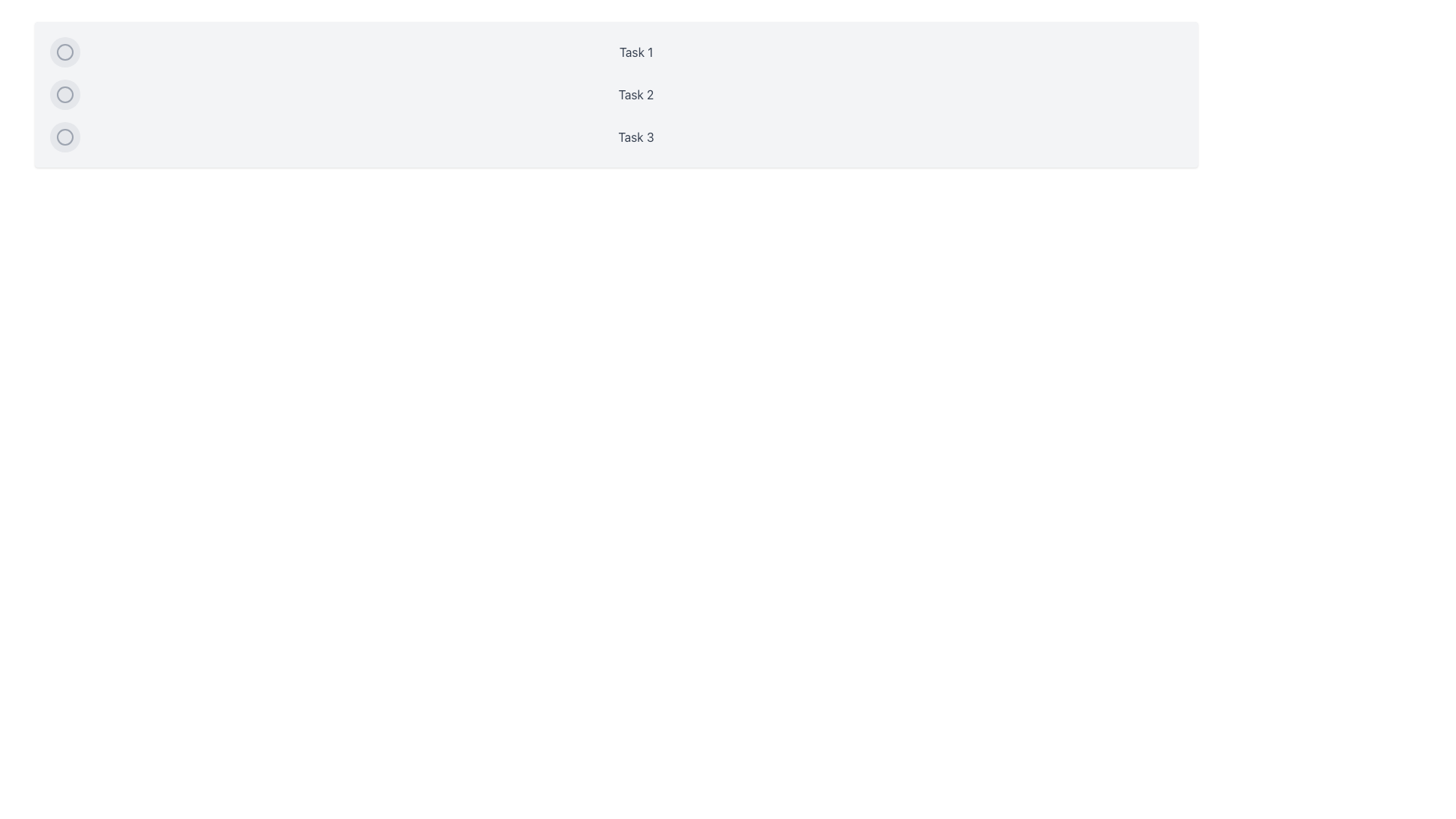 The image size is (1456, 819). What do you see at coordinates (64, 94) in the screenshot?
I see `the second circular status marker on the left side of the interface, which represents the status of the second task in the list` at bounding box center [64, 94].